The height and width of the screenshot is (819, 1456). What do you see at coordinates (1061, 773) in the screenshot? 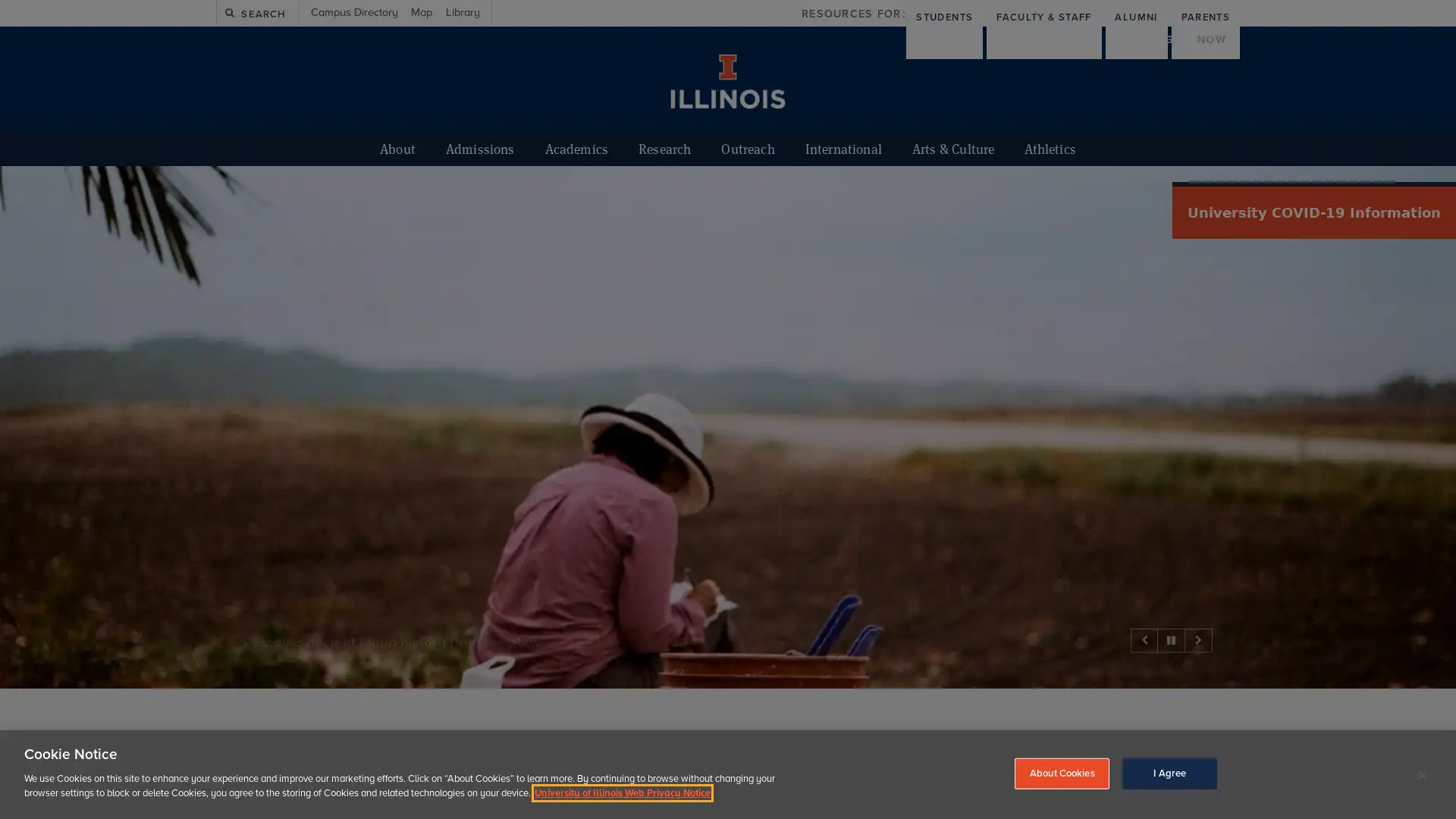
I see `About Cookies` at bounding box center [1061, 773].